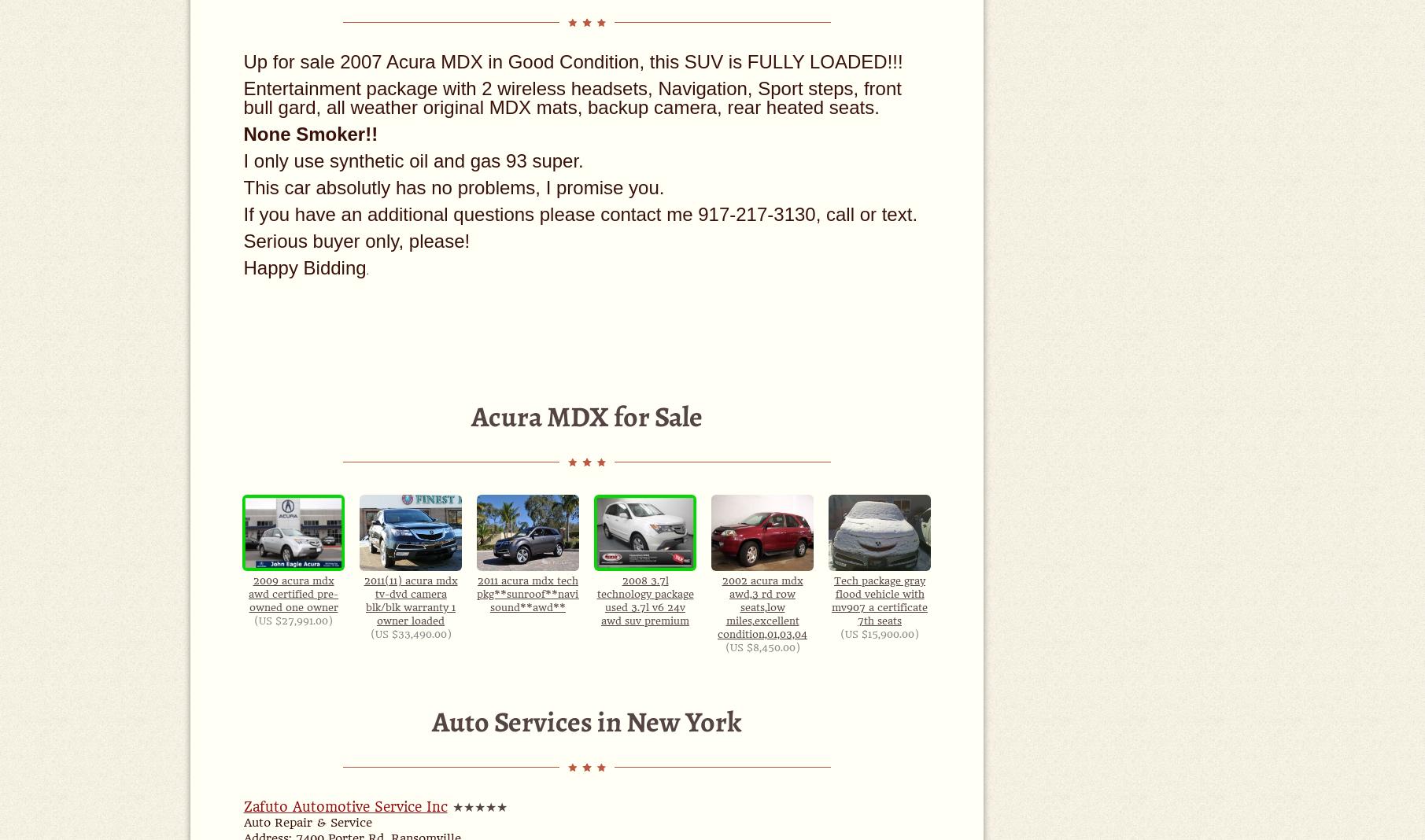 This screenshot has width=1425, height=840. Describe the element at coordinates (572, 61) in the screenshot. I see `'Up for sale 2007 Acura MDX in Good Condition, this SUV is FULLY LOADED!!!'` at that location.